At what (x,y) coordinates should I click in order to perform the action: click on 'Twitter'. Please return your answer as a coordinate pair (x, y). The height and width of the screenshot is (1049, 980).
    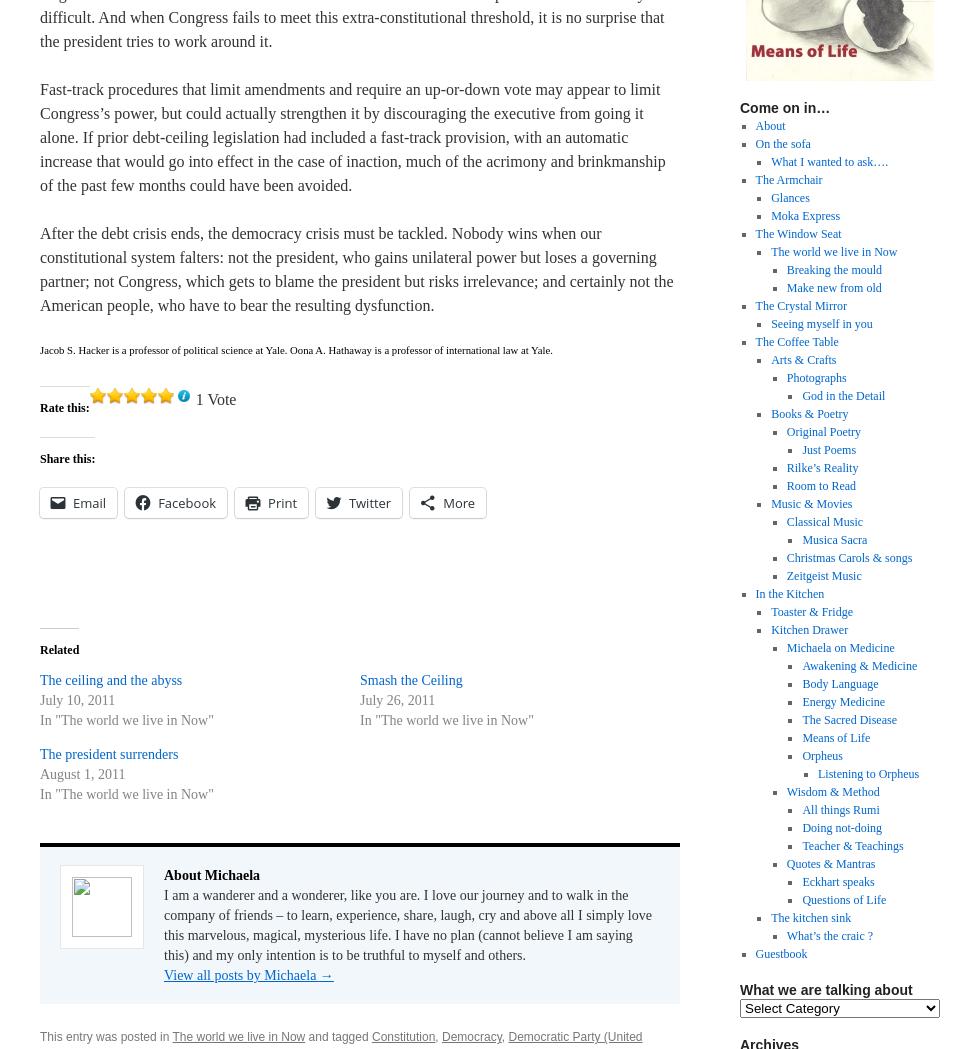
    Looking at the image, I should click on (370, 501).